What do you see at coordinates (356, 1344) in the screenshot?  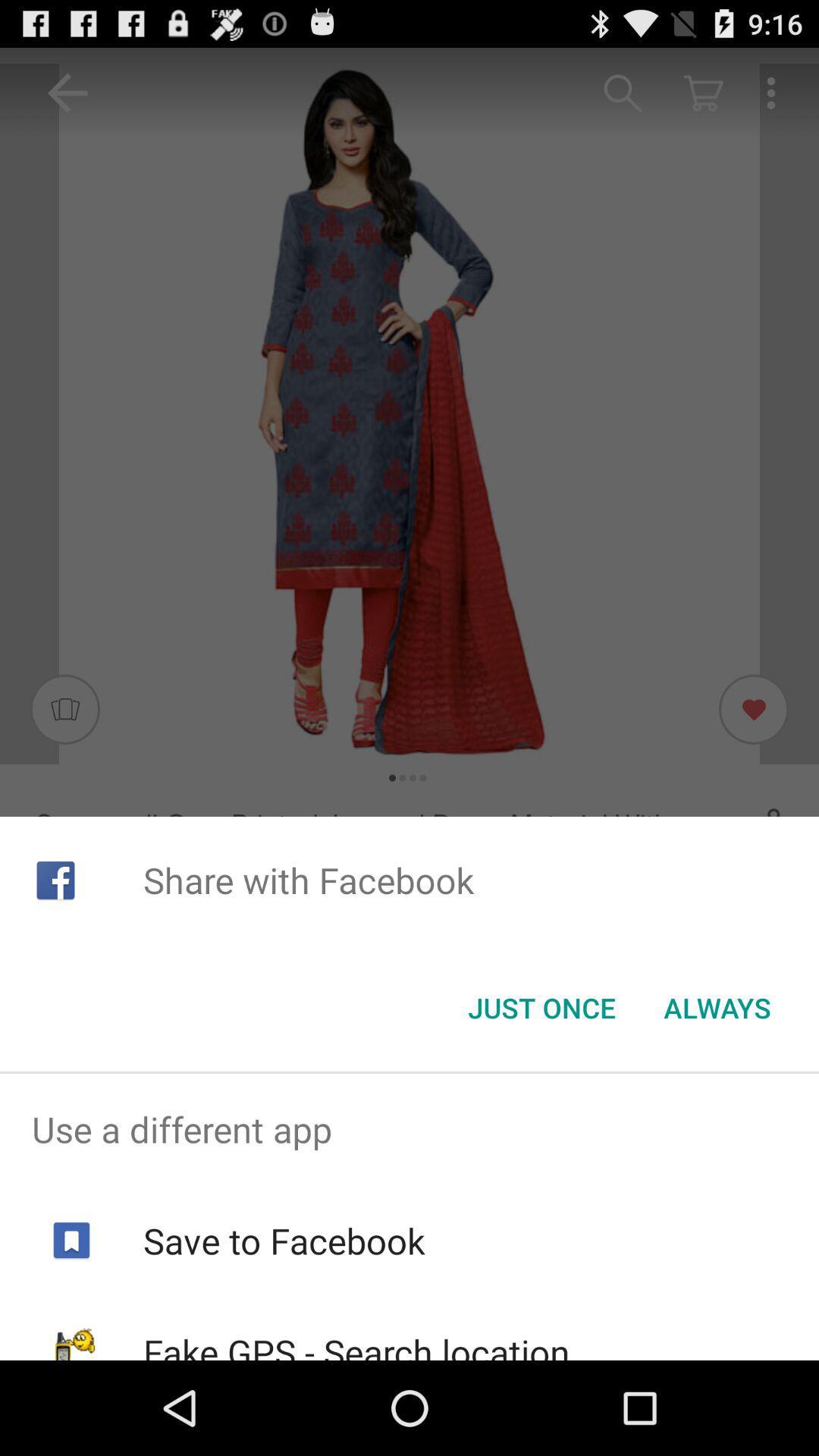 I see `the fake gps search icon` at bounding box center [356, 1344].